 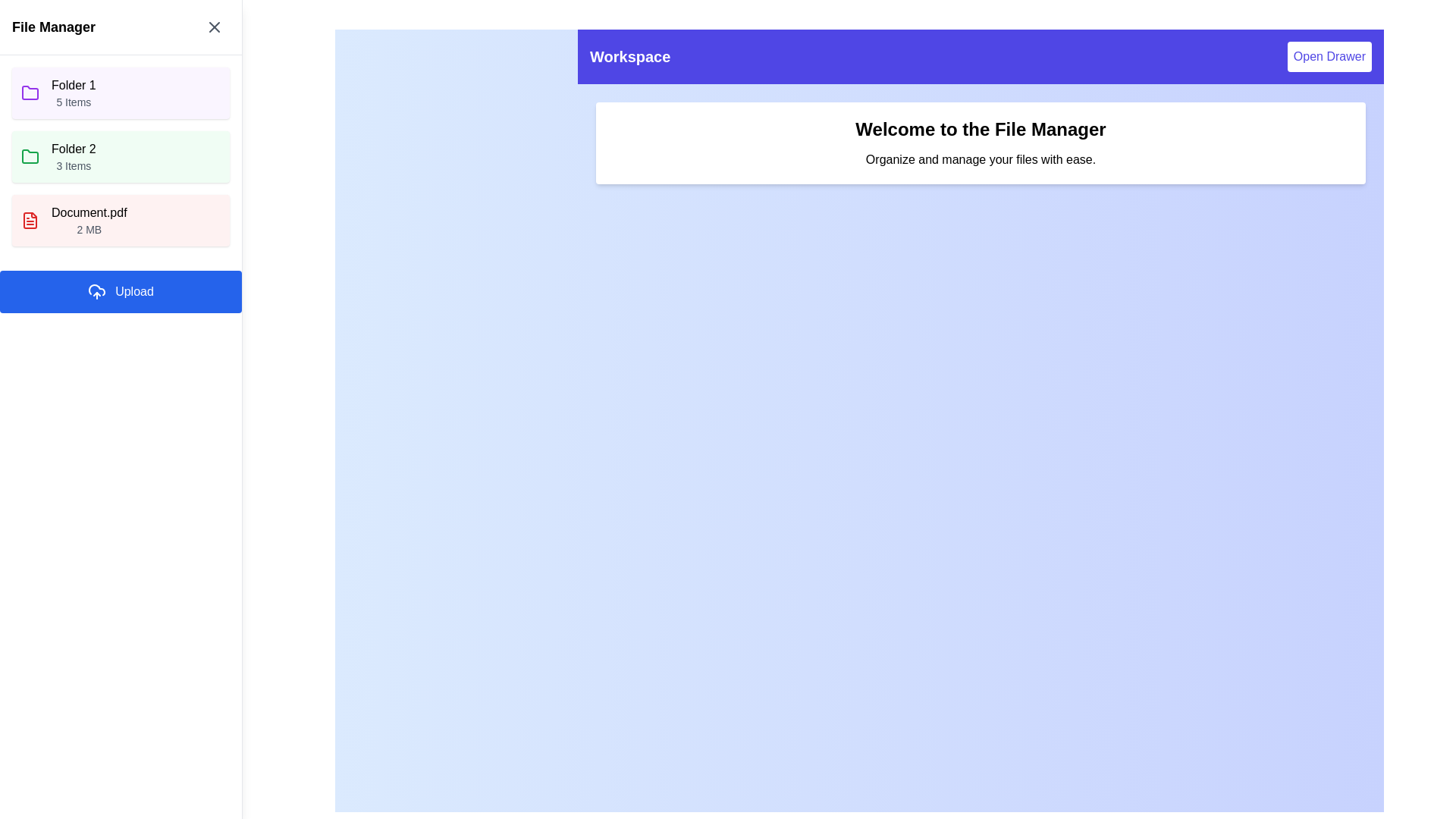 What do you see at coordinates (630, 55) in the screenshot?
I see `title displayed in the bold text label 'Workspace' located at the top left of the interface, which has a vibrant indigo background` at bounding box center [630, 55].